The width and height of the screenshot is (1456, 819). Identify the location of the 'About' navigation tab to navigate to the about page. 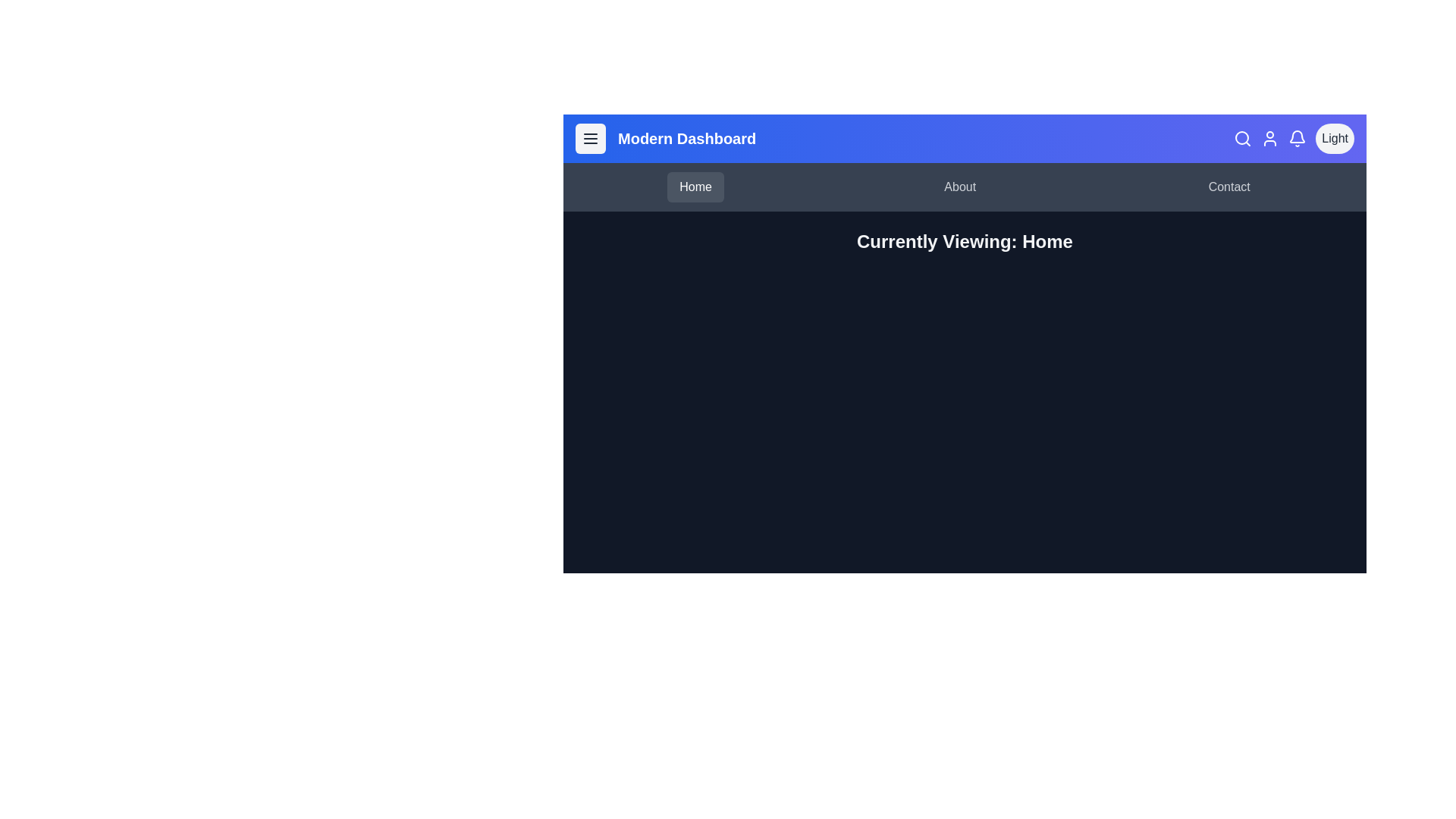
(959, 186).